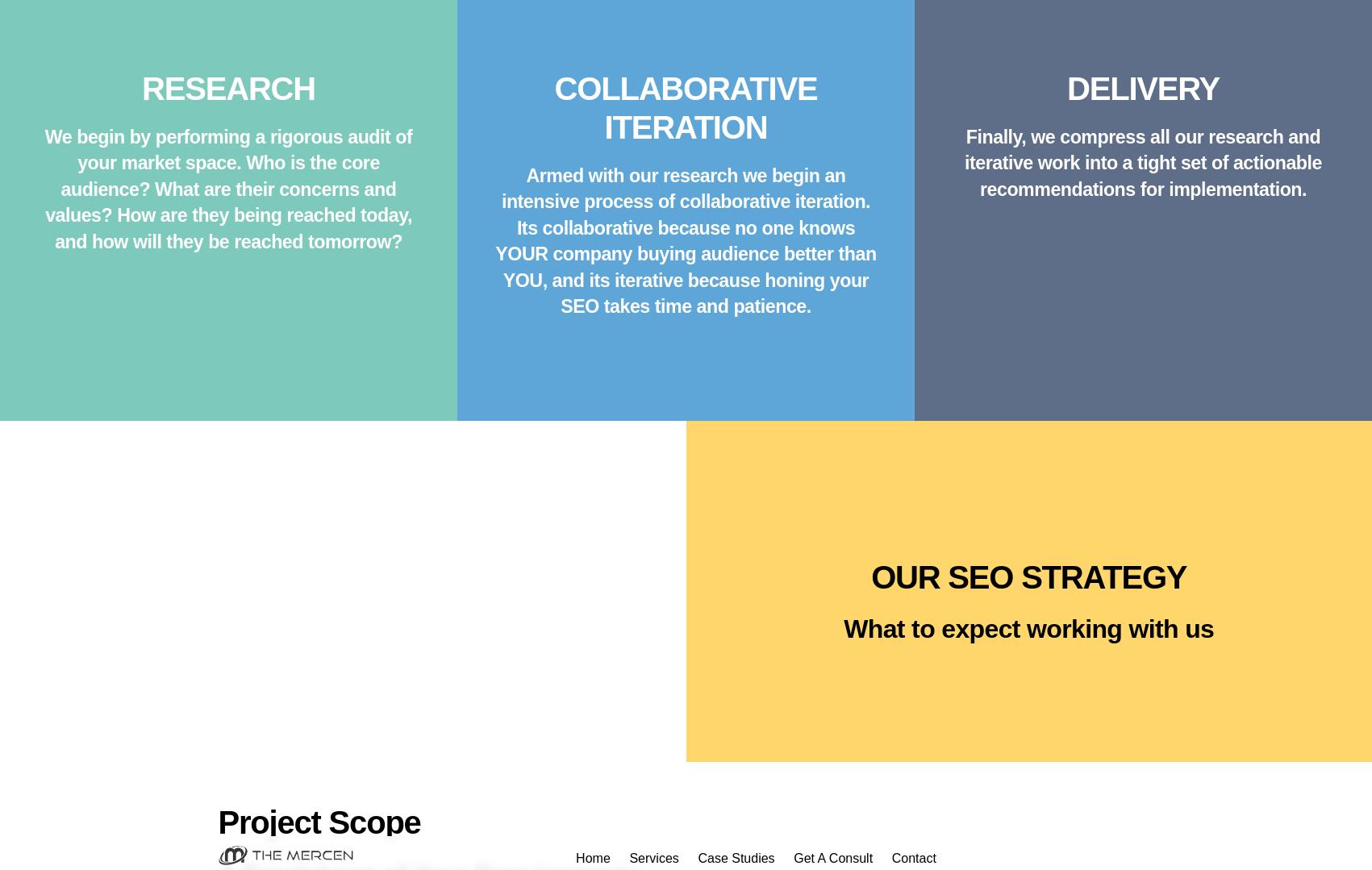  What do you see at coordinates (367, 456) in the screenshot?
I see `'Get Rock-Solid Rankings And Expert Advice Today >>'` at bounding box center [367, 456].